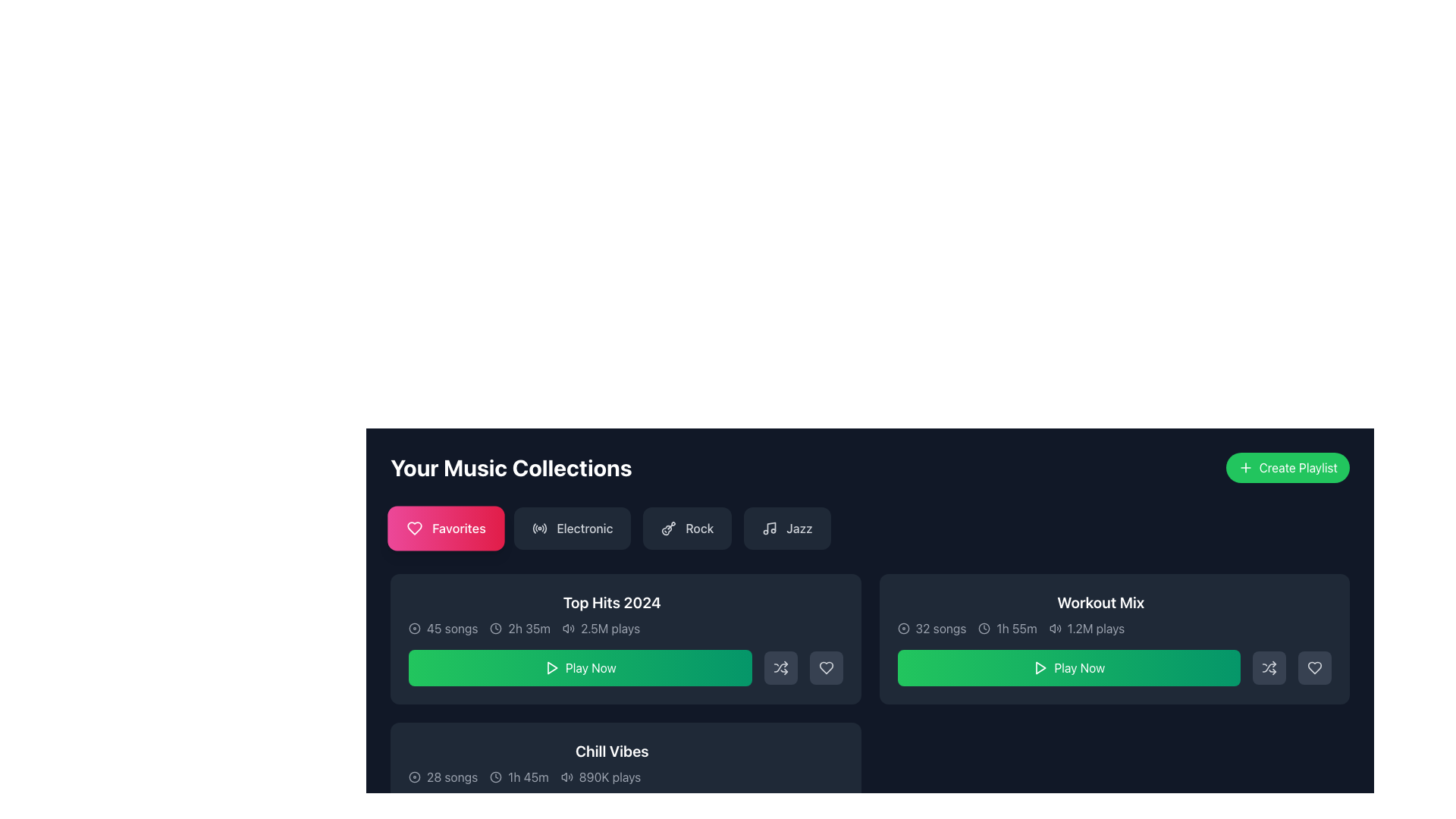 The image size is (1456, 819). I want to click on the 'Favorites' button, which is a rectangular button with a gradient background featuring a white heart icon and the text 'Favorites' in white, located beneath the heading 'Your Music Collections', so click(445, 528).